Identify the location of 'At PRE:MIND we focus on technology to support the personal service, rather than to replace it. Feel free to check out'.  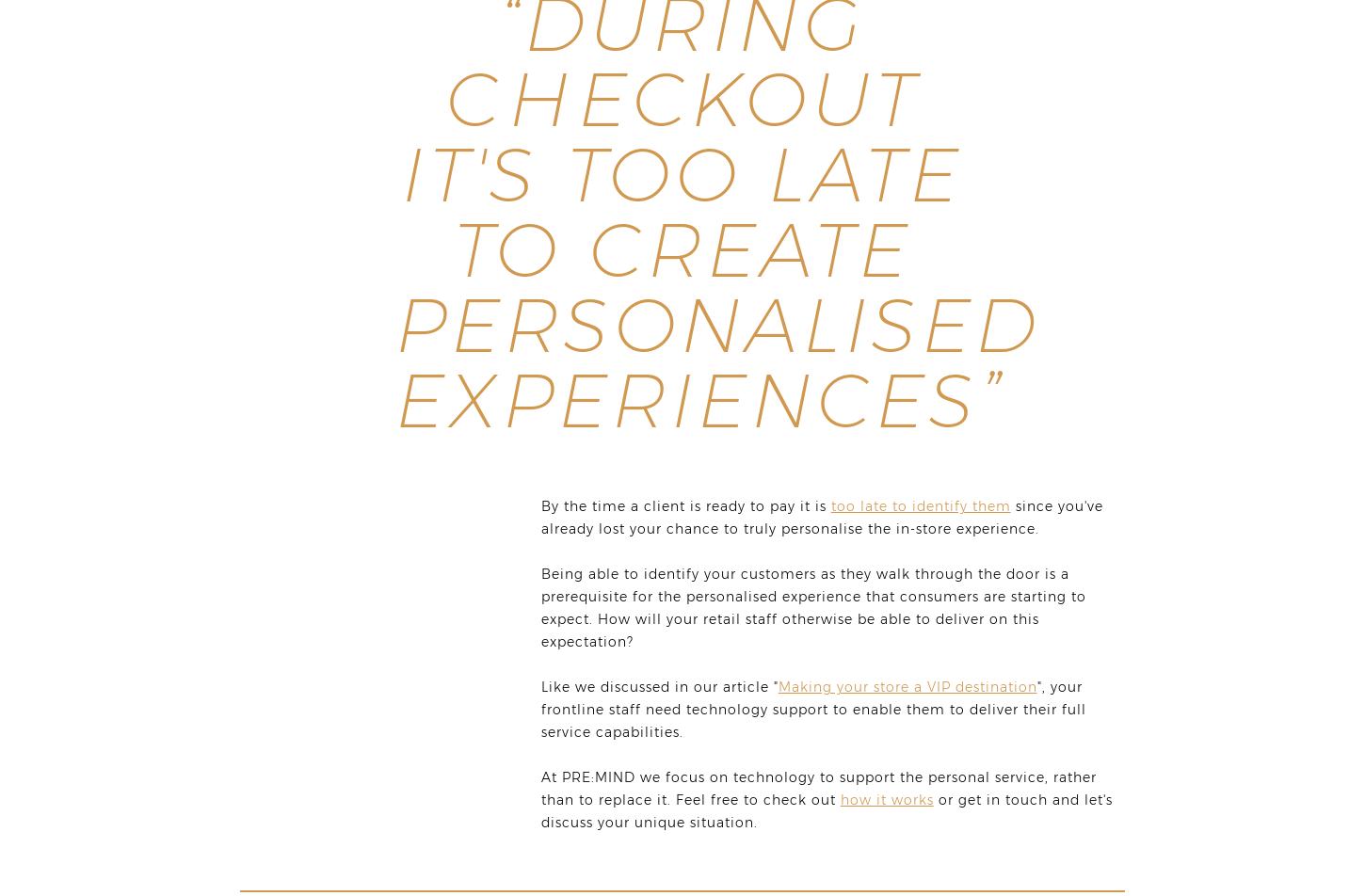
(817, 789).